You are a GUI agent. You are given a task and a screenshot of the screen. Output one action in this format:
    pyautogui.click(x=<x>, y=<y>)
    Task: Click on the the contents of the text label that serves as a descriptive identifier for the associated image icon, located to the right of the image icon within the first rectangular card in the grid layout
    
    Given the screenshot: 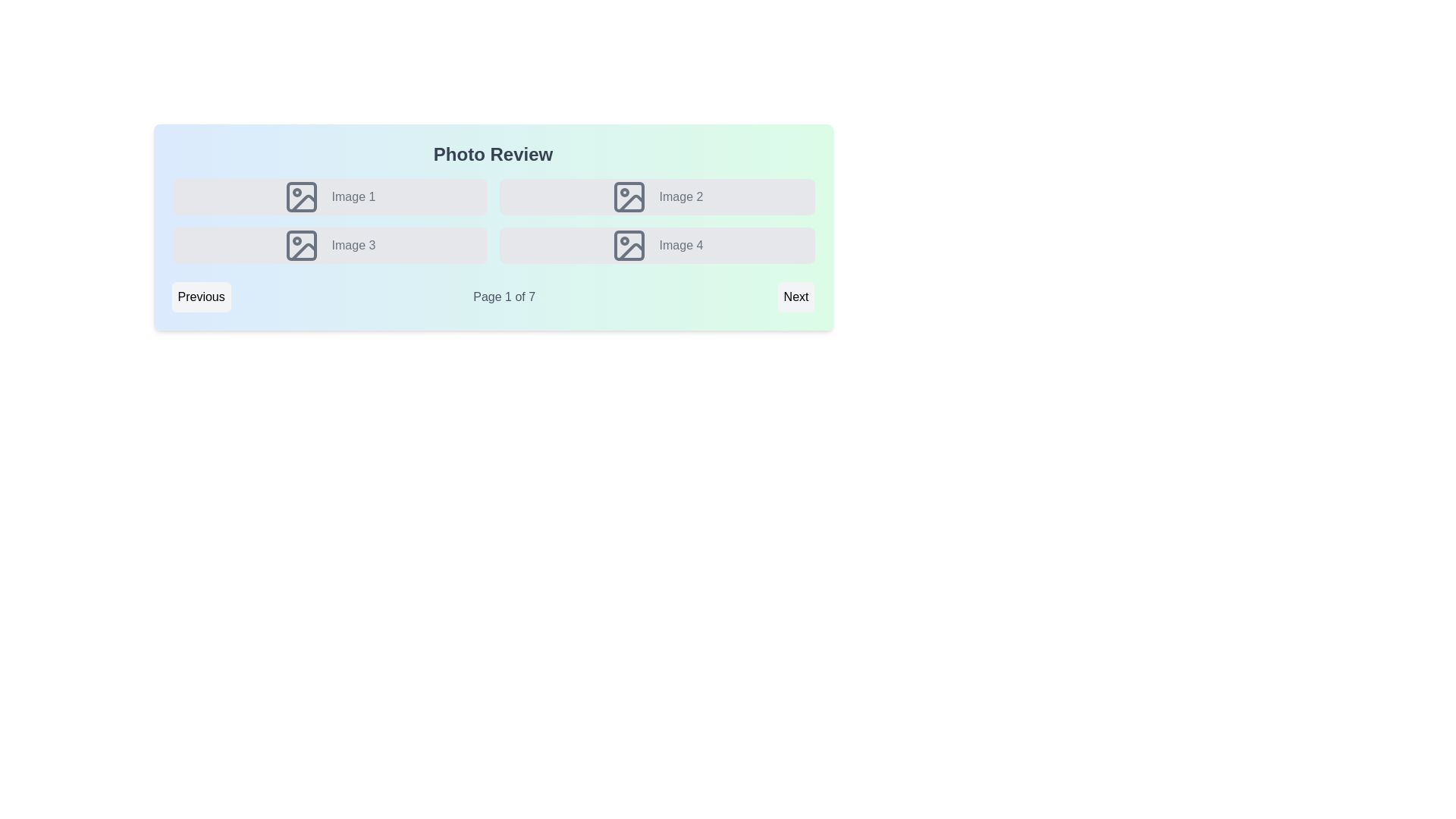 What is the action you would take?
    pyautogui.click(x=353, y=196)
    